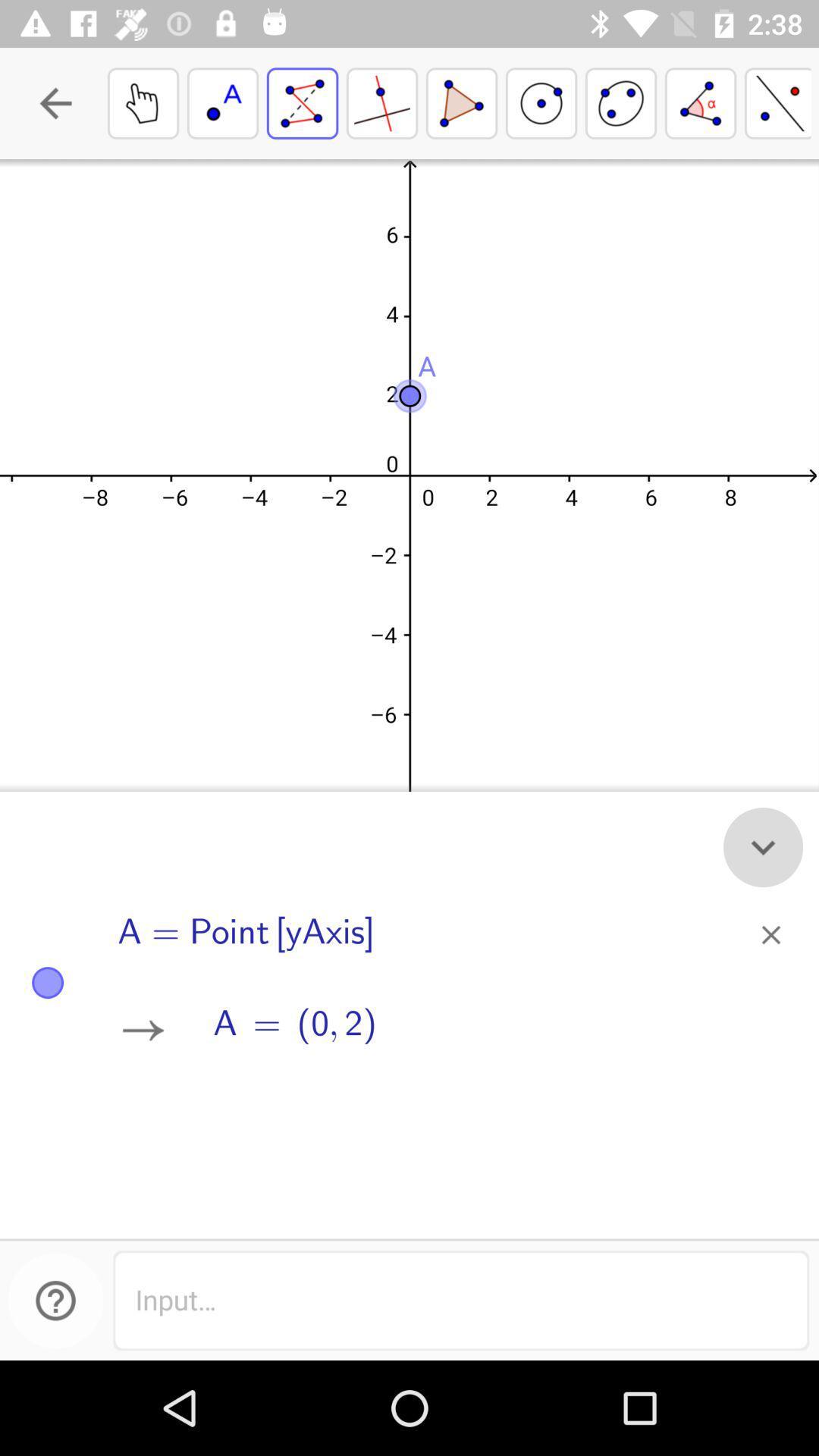 Image resolution: width=819 pixels, height=1456 pixels. What do you see at coordinates (143, 1030) in the screenshot?
I see `on arrow mark` at bounding box center [143, 1030].